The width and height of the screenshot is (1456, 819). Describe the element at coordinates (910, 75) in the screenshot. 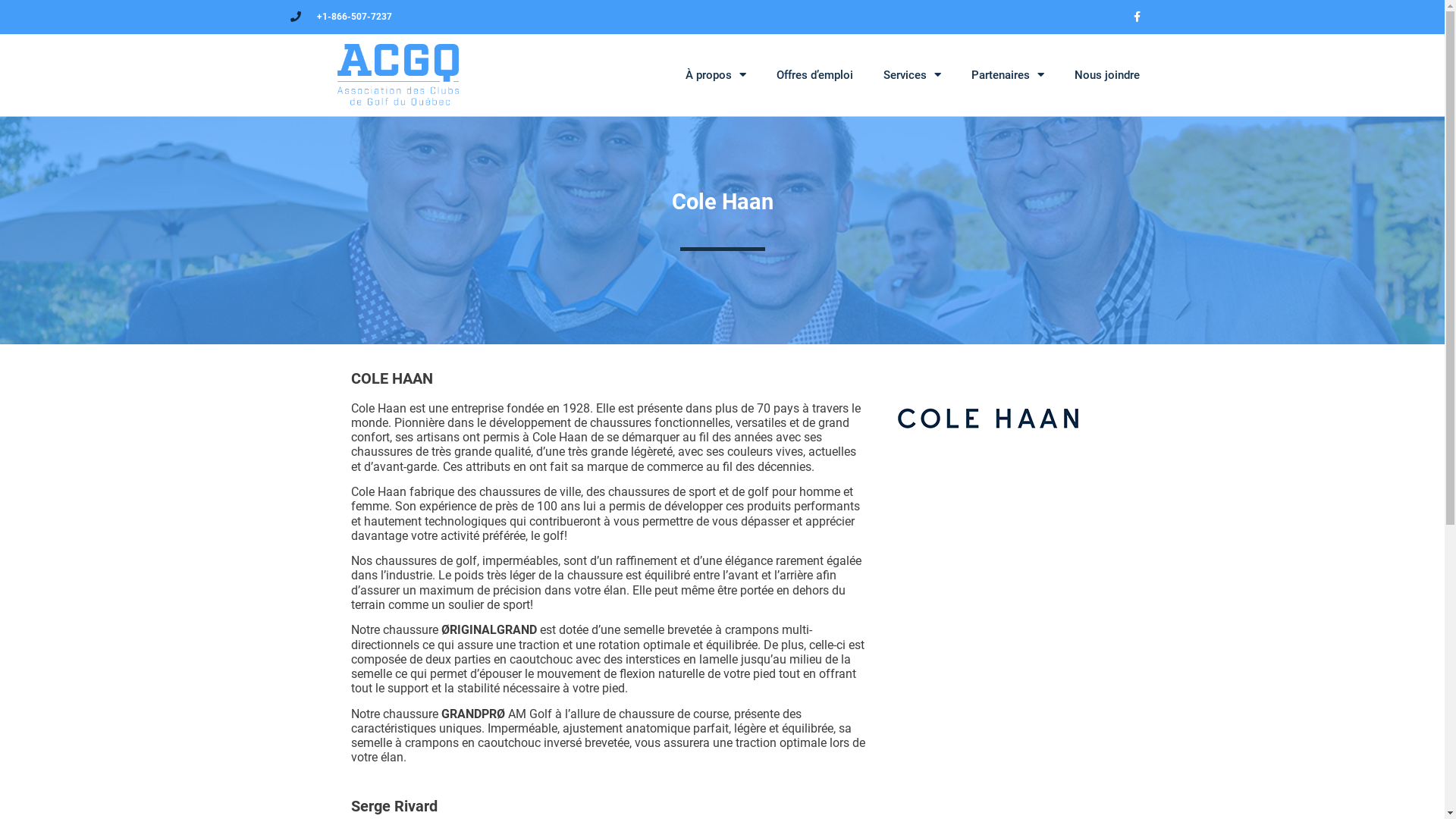

I see `'Services'` at that location.